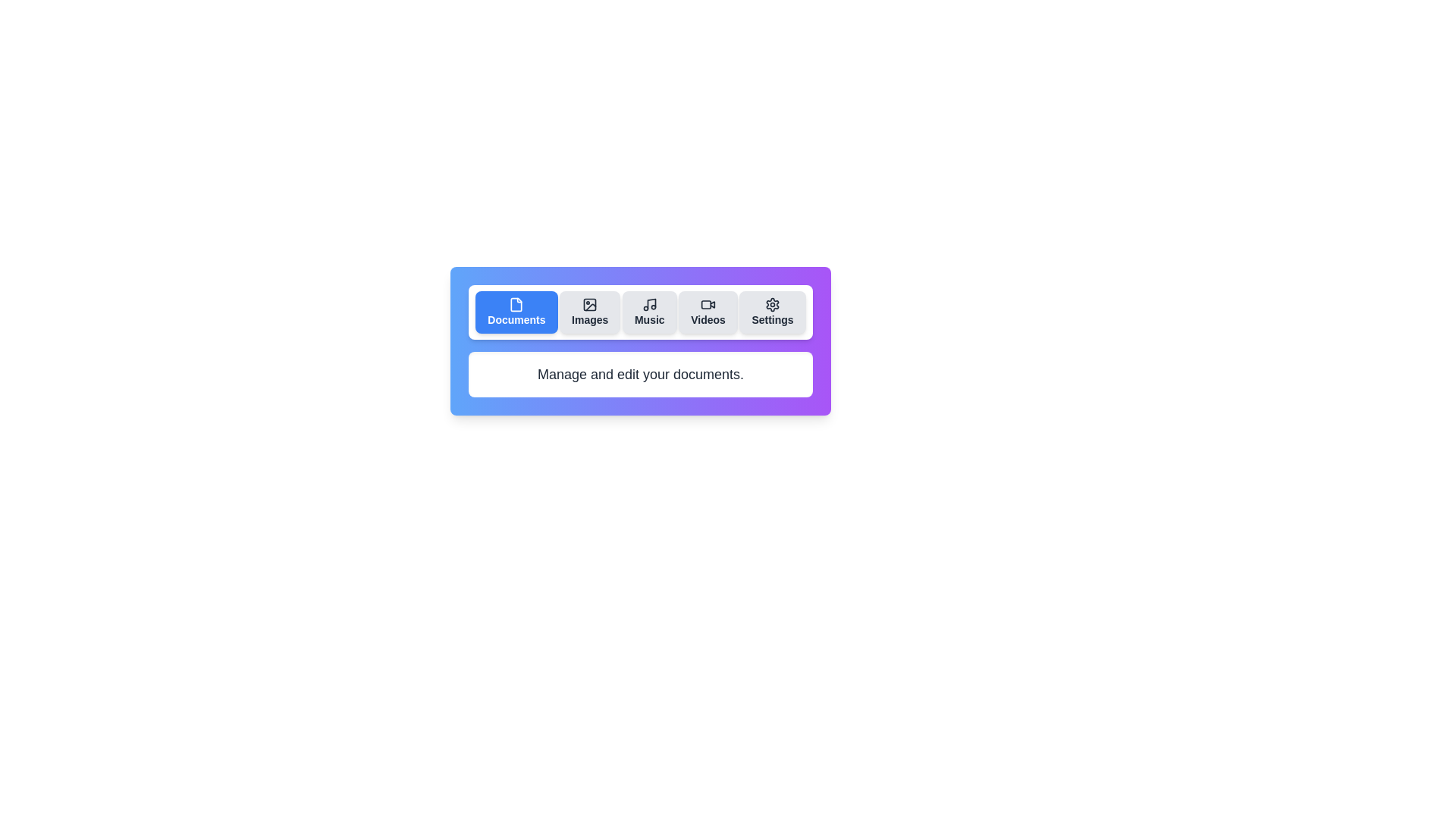  I want to click on the tab labeled Videos to view its content, so click(708, 312).